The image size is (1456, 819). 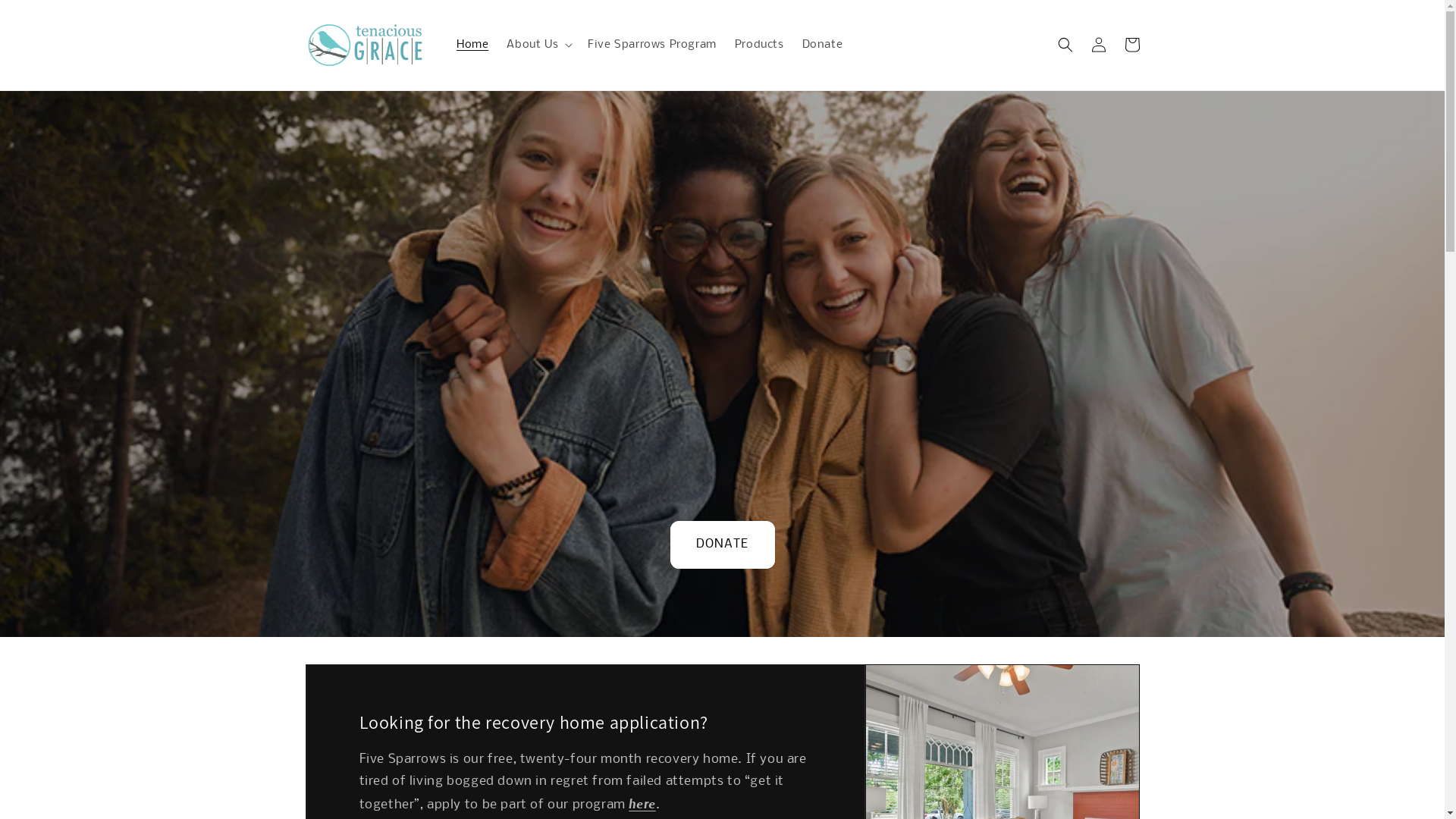 I want to click on 'Log in', so click(x=1098, y=43).